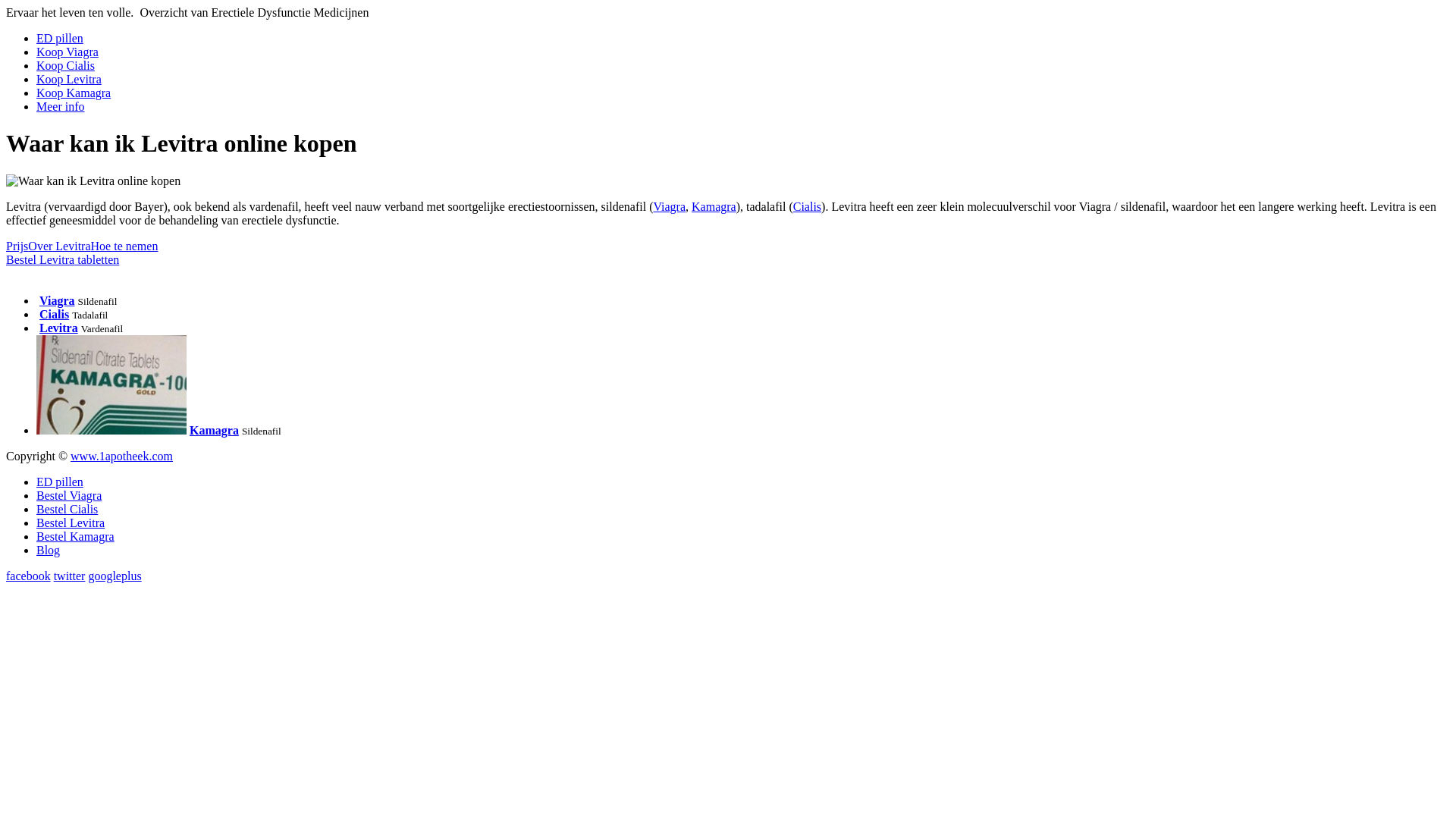 This screenshot has height=819, width=1456. Describe the element at coordinates (48, 550) in the screenshot. I see `'Blog'` at that location.